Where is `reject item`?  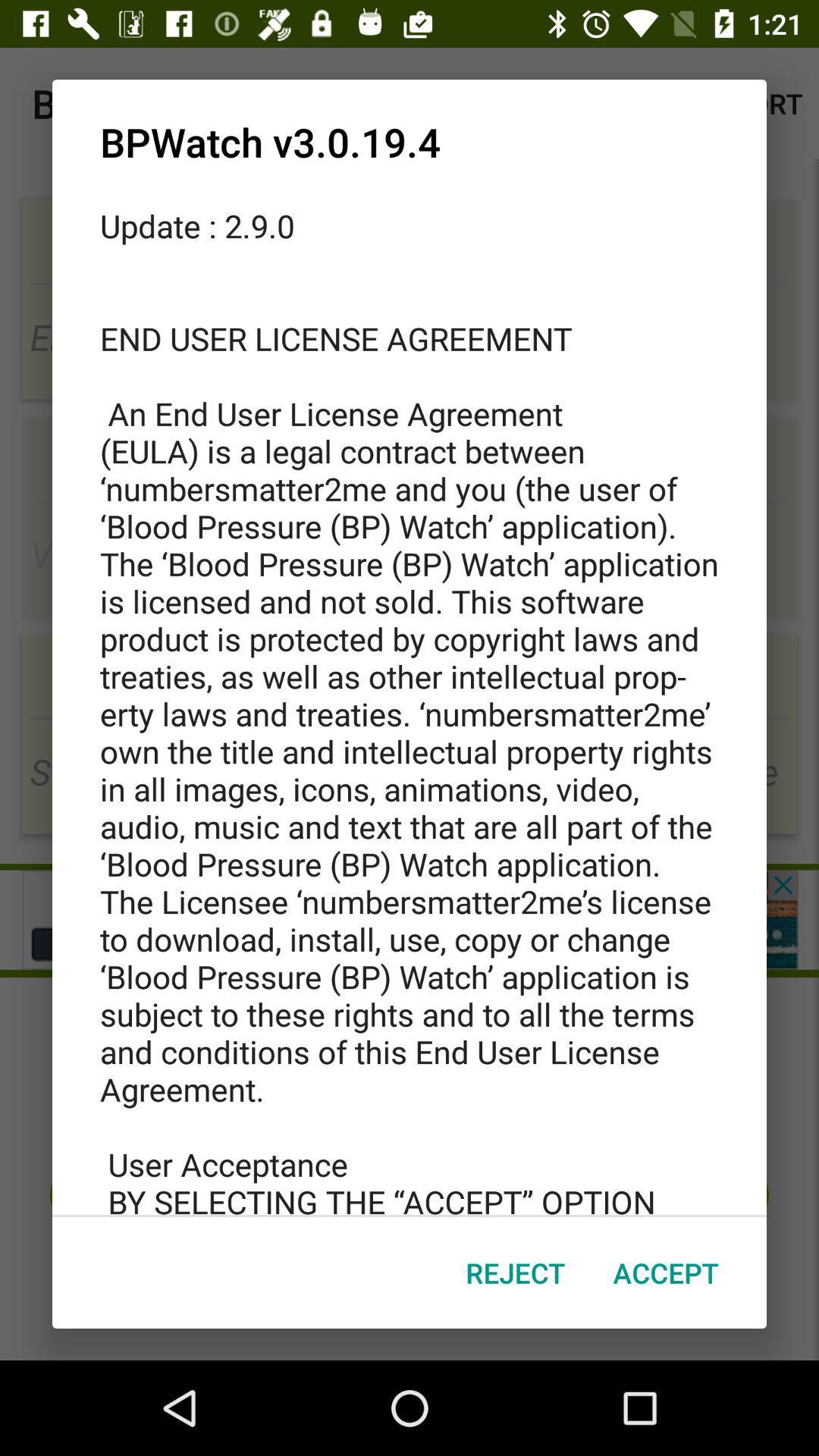 reject item is located at coordinates (514, 1272).